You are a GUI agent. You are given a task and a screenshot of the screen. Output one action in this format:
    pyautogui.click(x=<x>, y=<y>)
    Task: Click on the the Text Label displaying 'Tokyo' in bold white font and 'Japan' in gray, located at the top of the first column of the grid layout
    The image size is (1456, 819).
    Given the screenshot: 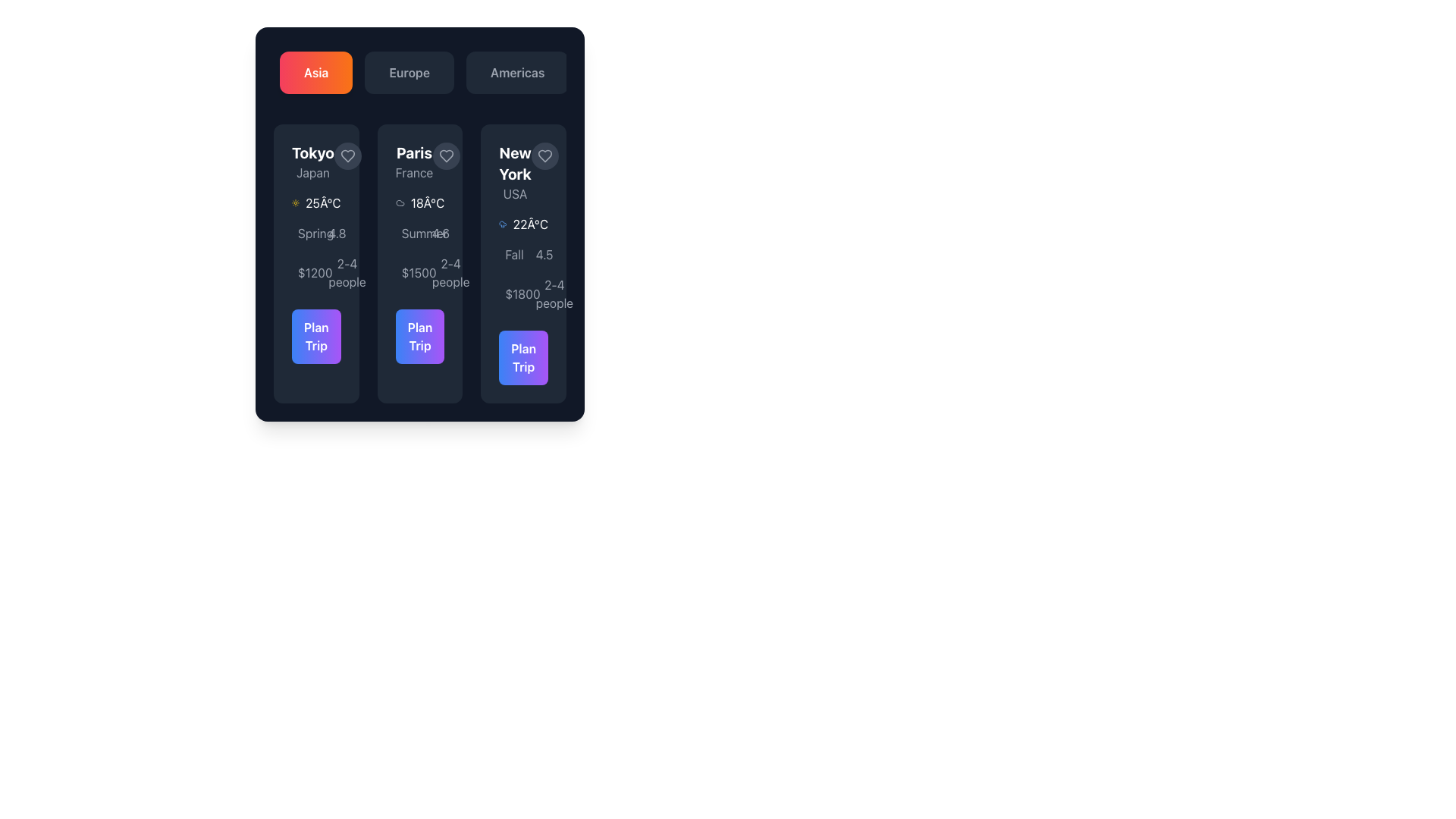 What is the action you would take?
    pyautogui.click(x=312, y=162)
    